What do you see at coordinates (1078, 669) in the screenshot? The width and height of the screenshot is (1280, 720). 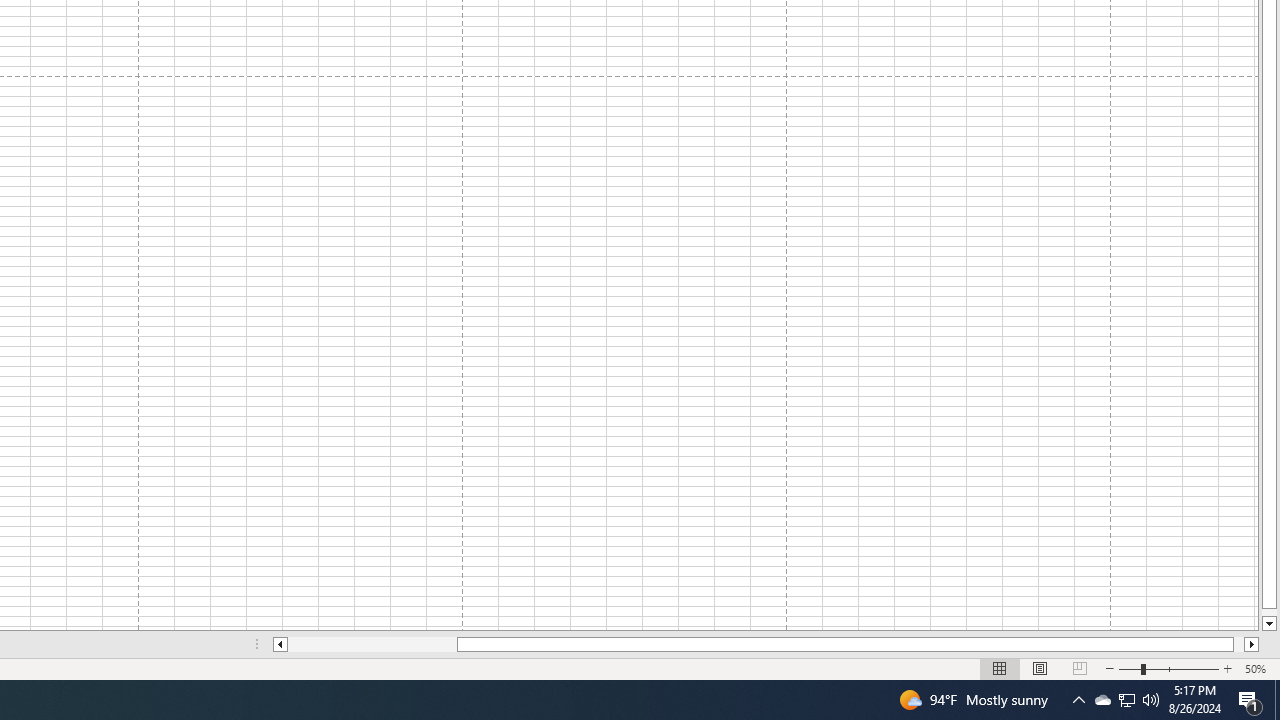 I see `'Page Break Preview'` at bounding box center [1078, 669].